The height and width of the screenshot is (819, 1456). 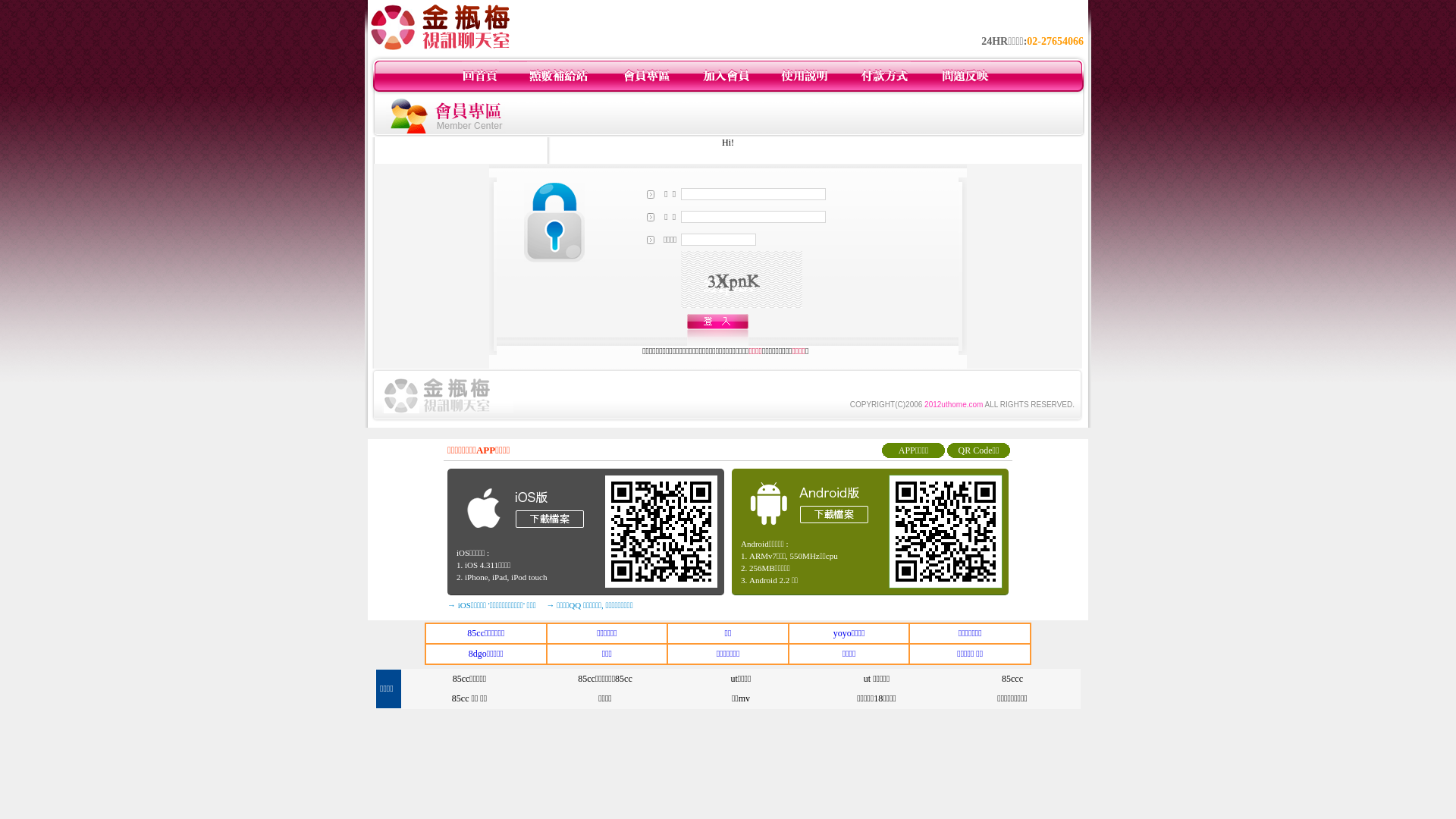 What do you see at coordinates (1012, 677) in the screenshot?
I see `'85ccc'` at bounding box center [1012, 677].